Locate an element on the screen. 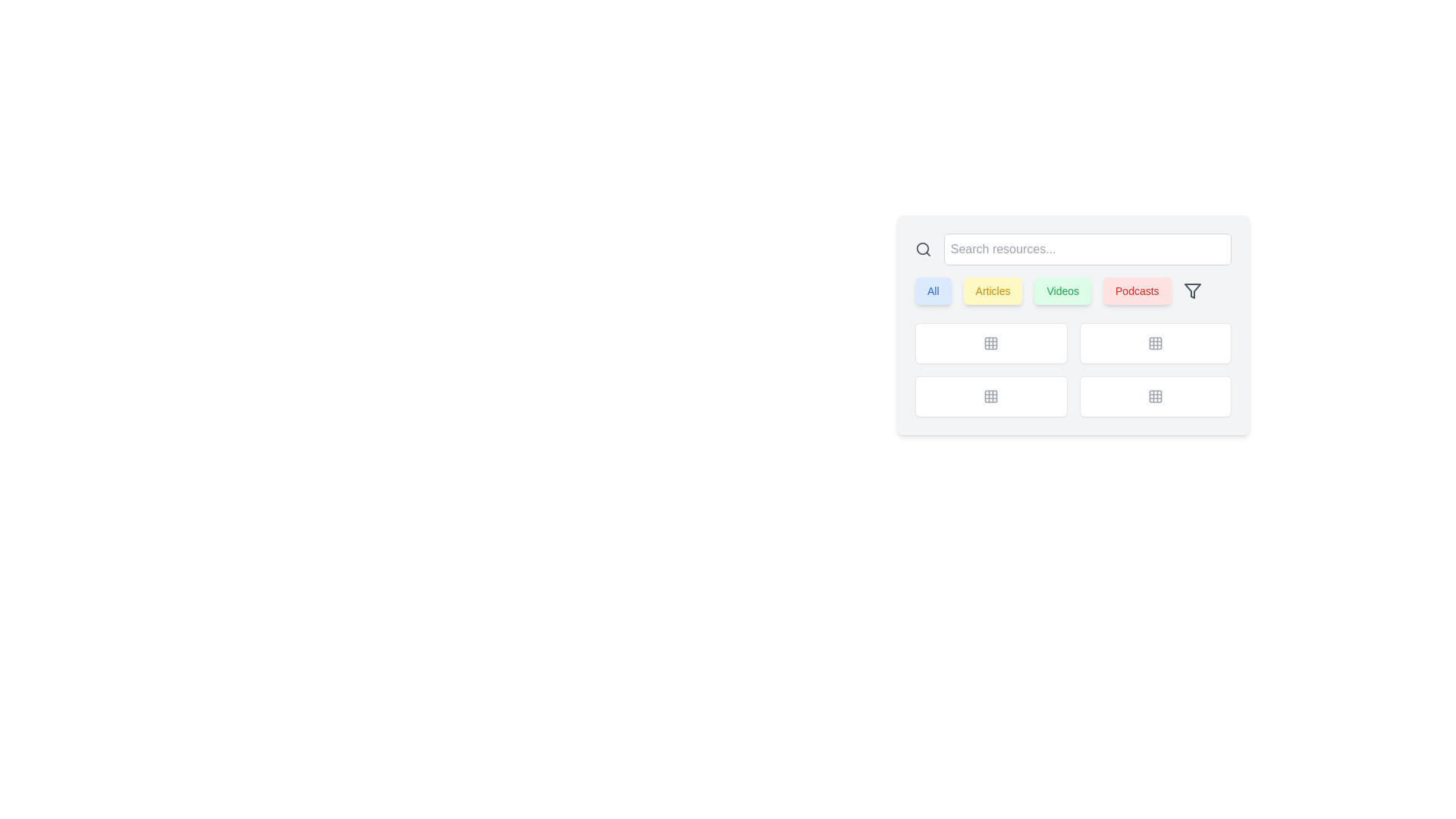 This screenshot has height=819, width=1456. the button with an embedded grid icon located in the bottom-right position of a 2x2 grid layout is located at coordinates (1154, 396).